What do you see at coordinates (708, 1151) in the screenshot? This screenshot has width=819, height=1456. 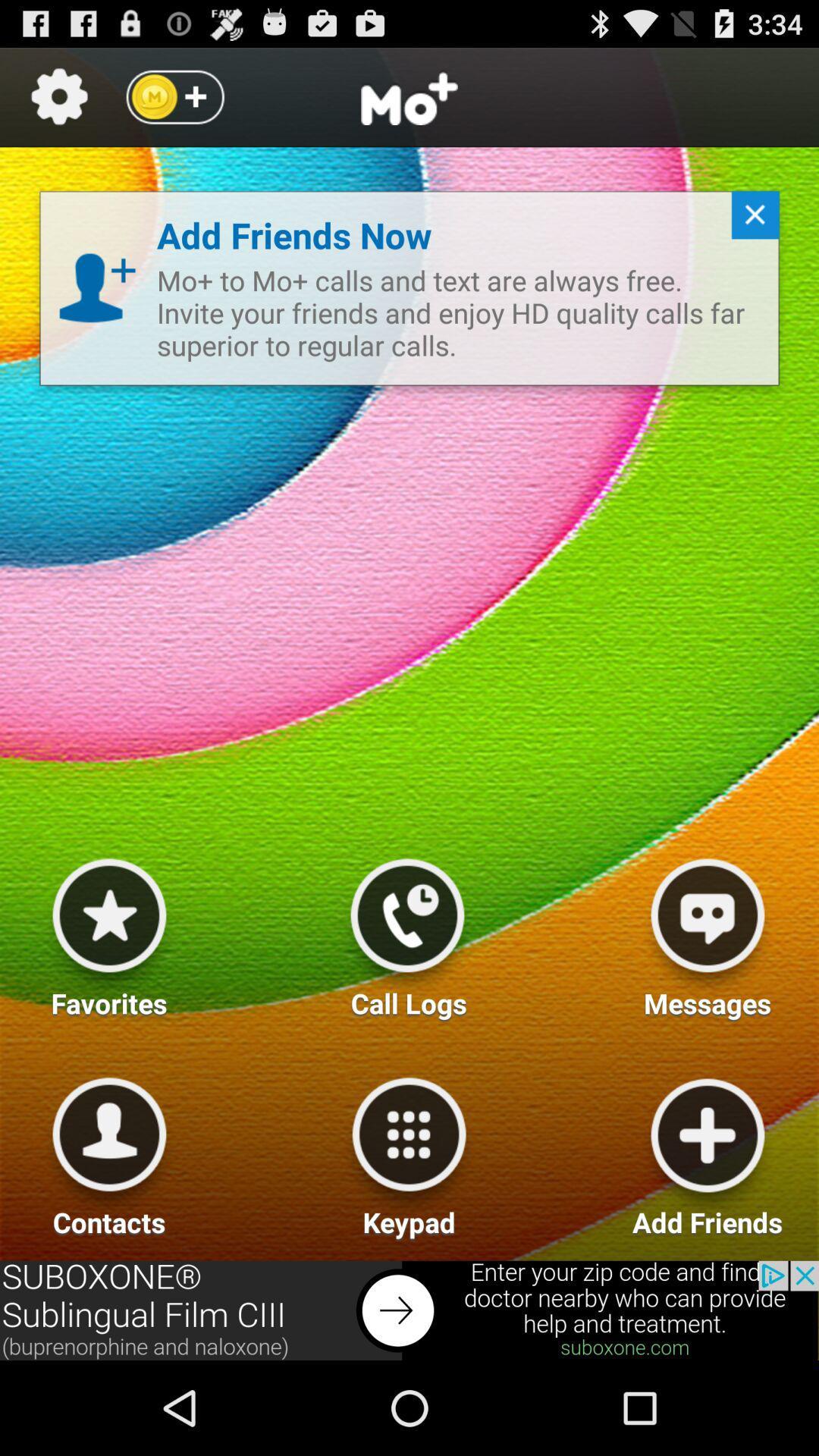 I see `friends` at bounding box center [708, 1151].